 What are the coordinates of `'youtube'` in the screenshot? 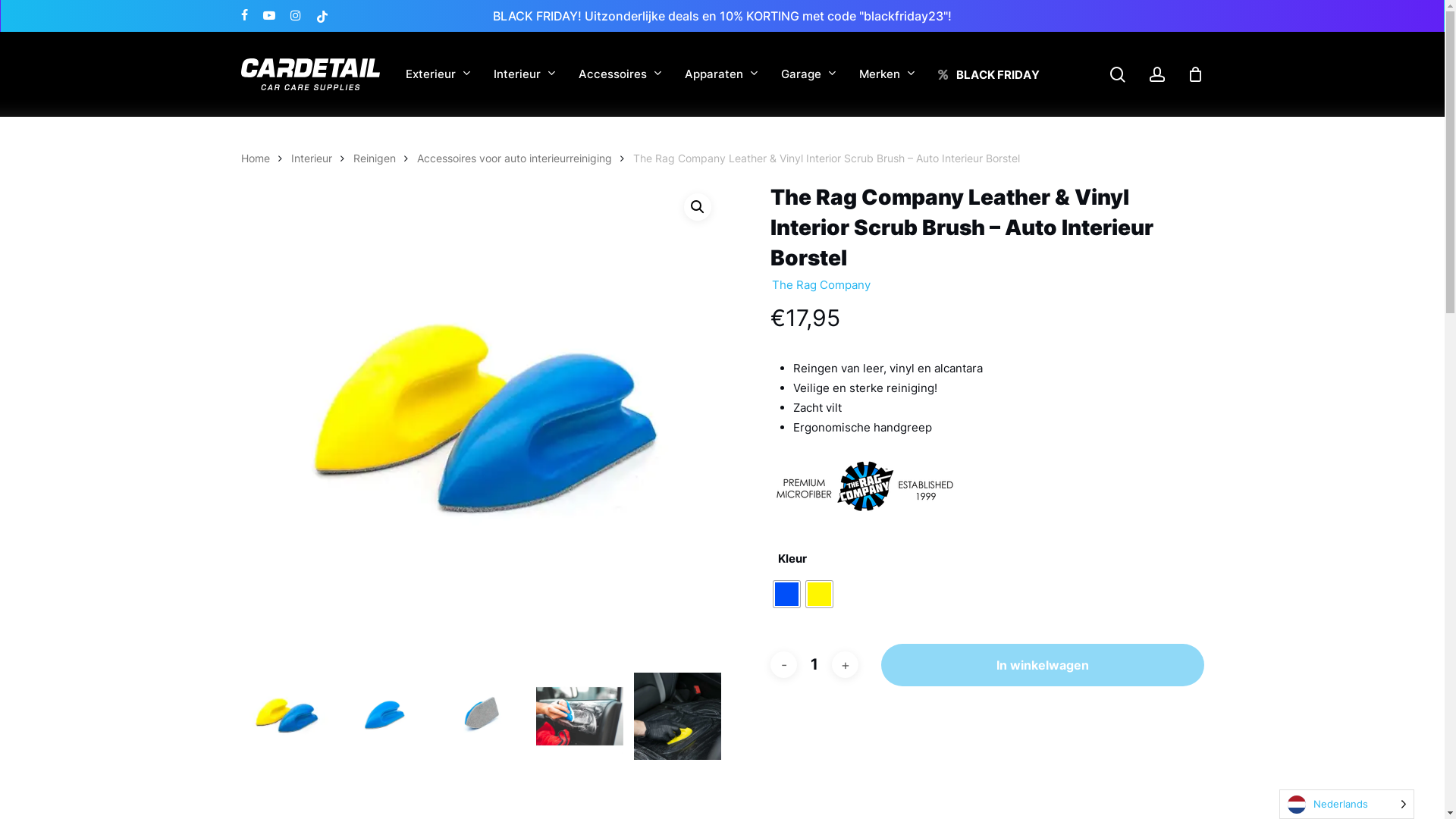 It's located at (268, 15).